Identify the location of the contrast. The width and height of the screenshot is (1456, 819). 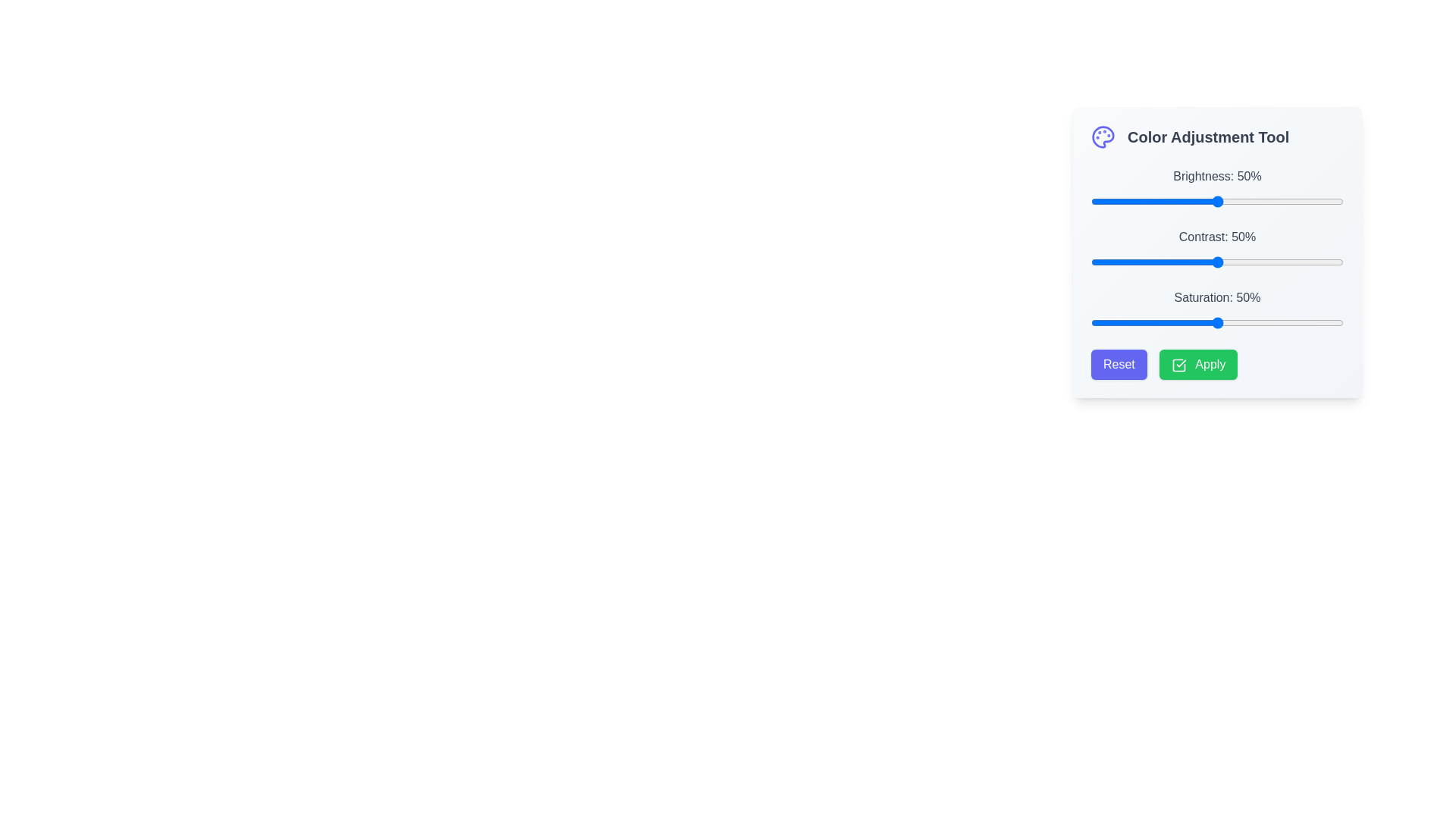
(1217, 262).